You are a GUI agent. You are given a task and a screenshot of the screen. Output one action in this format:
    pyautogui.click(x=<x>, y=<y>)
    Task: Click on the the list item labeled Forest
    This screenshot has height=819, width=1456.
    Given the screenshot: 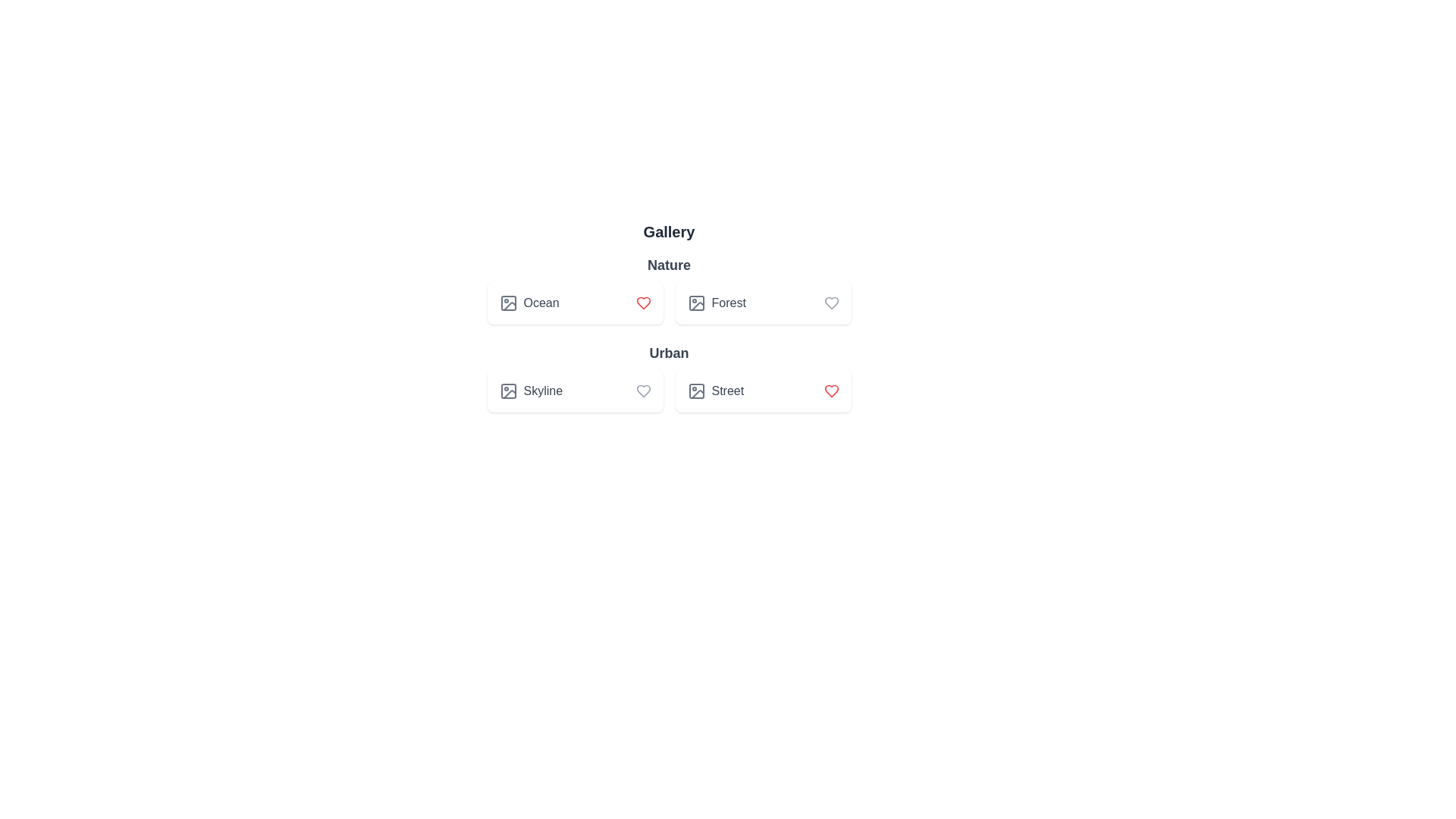 What is the action you would take?
    pyautogui.click(x=763, y=303)
    